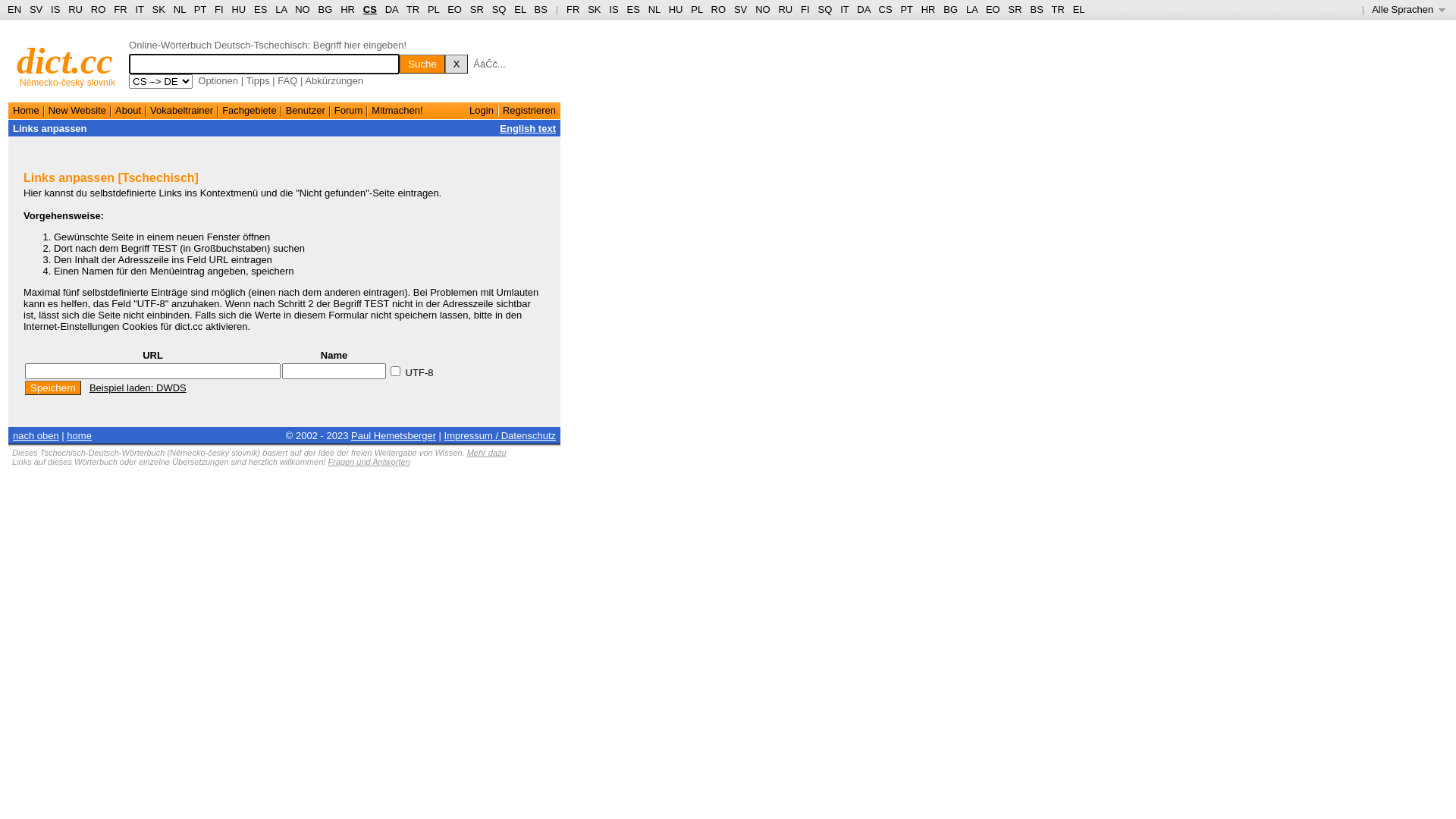 Image resolution: width=1456 pixels, height=819 pixels. I want to click on 'RO', so click(718, 9).